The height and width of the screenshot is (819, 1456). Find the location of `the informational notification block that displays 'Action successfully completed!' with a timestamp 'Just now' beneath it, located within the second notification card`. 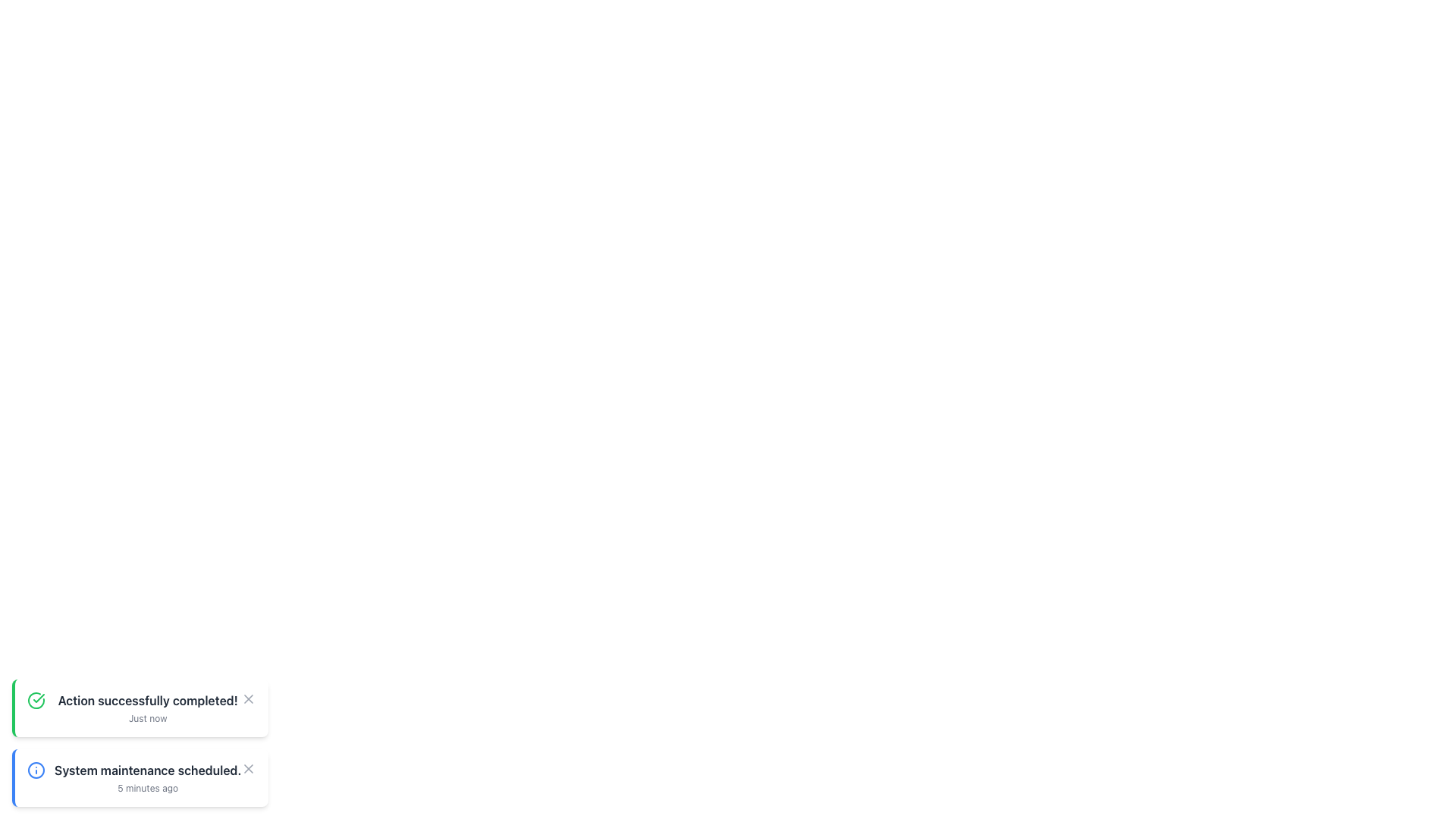

the informational notification block that displays 'Action successfully completed!' with a timestamp 'Just now' beneath it, located within the second notification card is located at coordinates (148, 708).